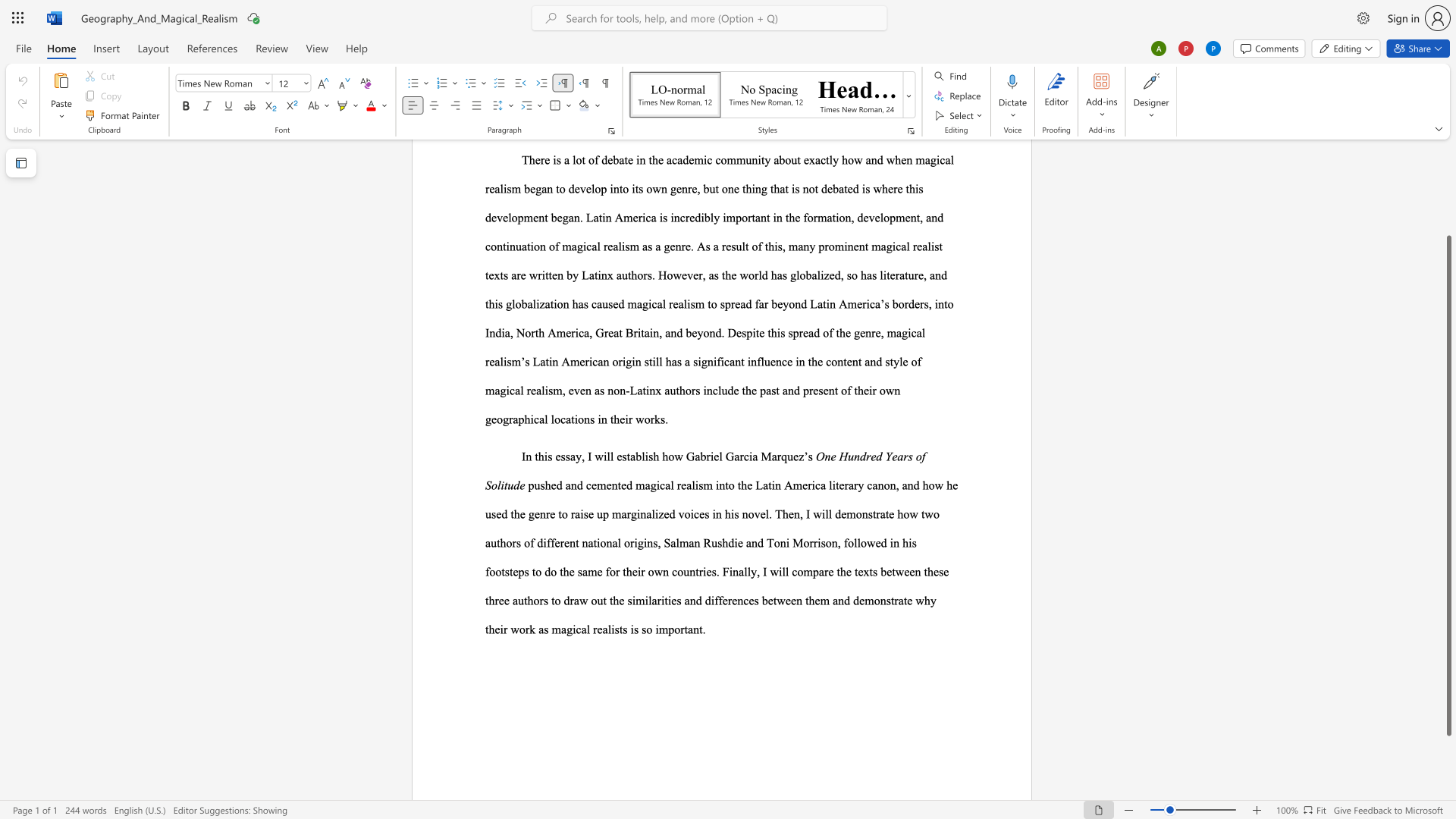 The height and width of the screenshot is (819, 1456). Describe the element at coordinates (1448, 227) in the screenshot. I see `the scrollbar` at that location.